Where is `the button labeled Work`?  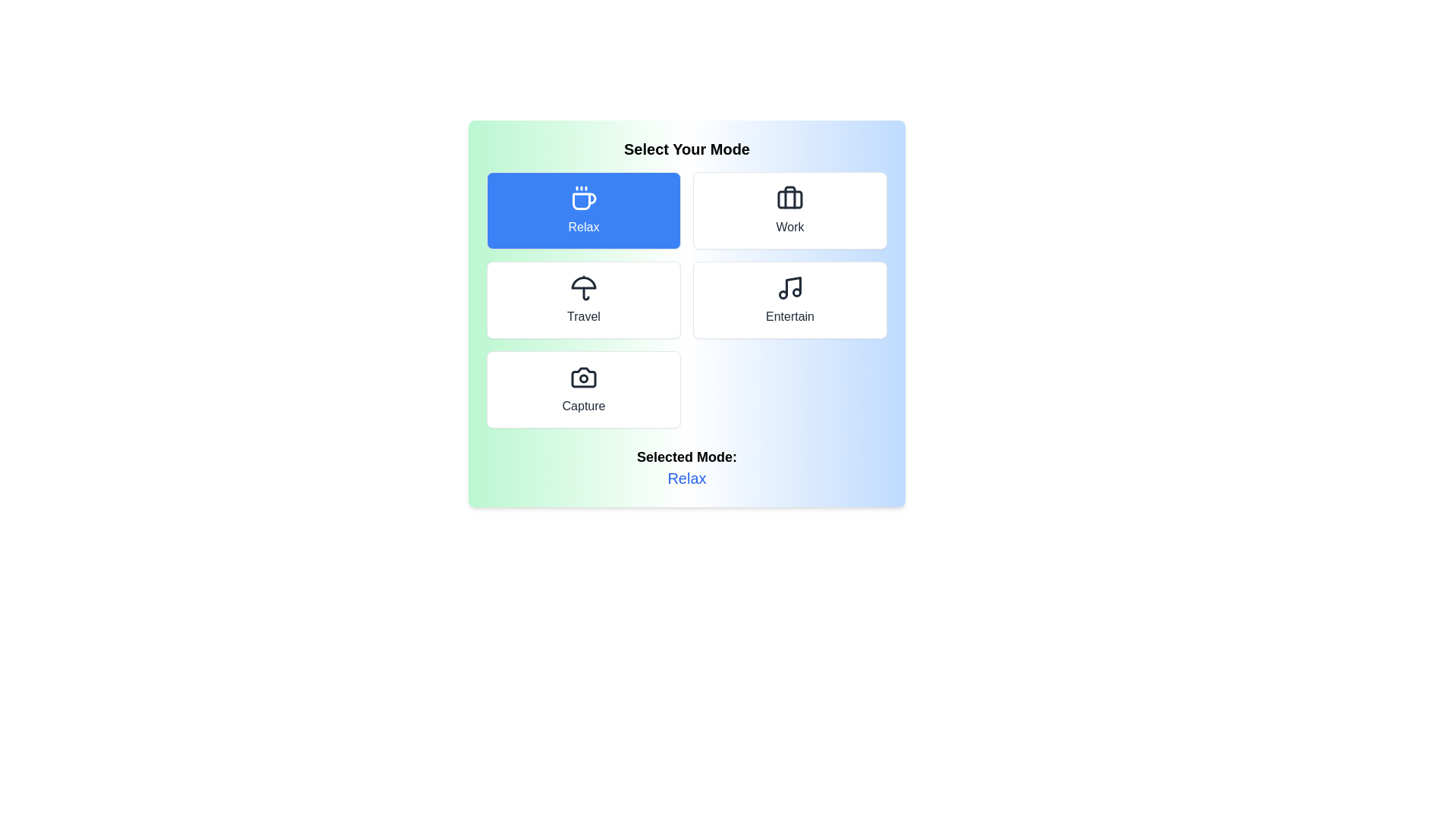 the button labeled Work is located at coordinates (789, 210).